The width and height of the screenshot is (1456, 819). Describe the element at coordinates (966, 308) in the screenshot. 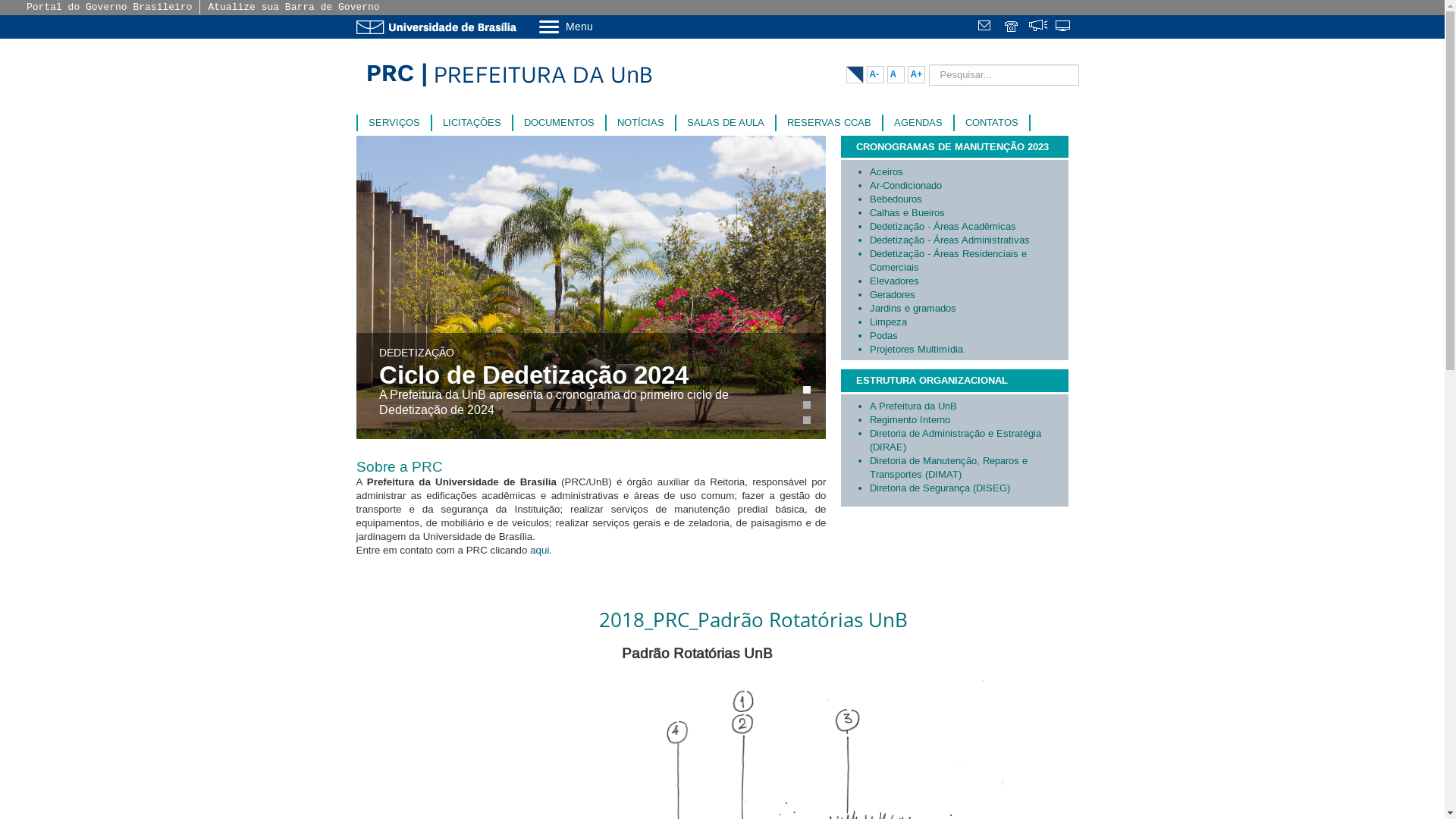

I see `'Jardins e gramados'` at that location.